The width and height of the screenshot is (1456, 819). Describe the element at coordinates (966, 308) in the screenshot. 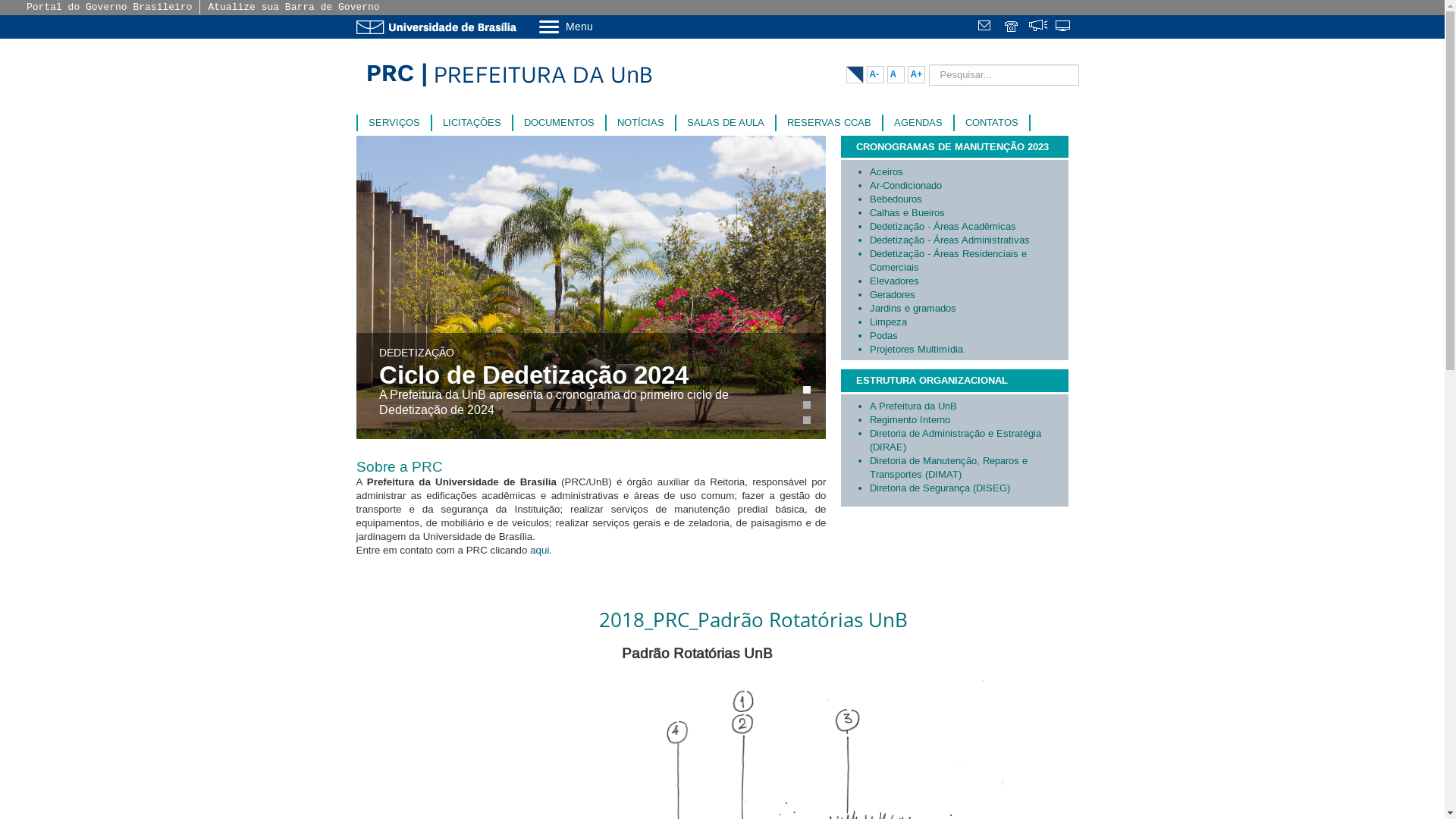

I see `'Jardins e gramados'` at that location.